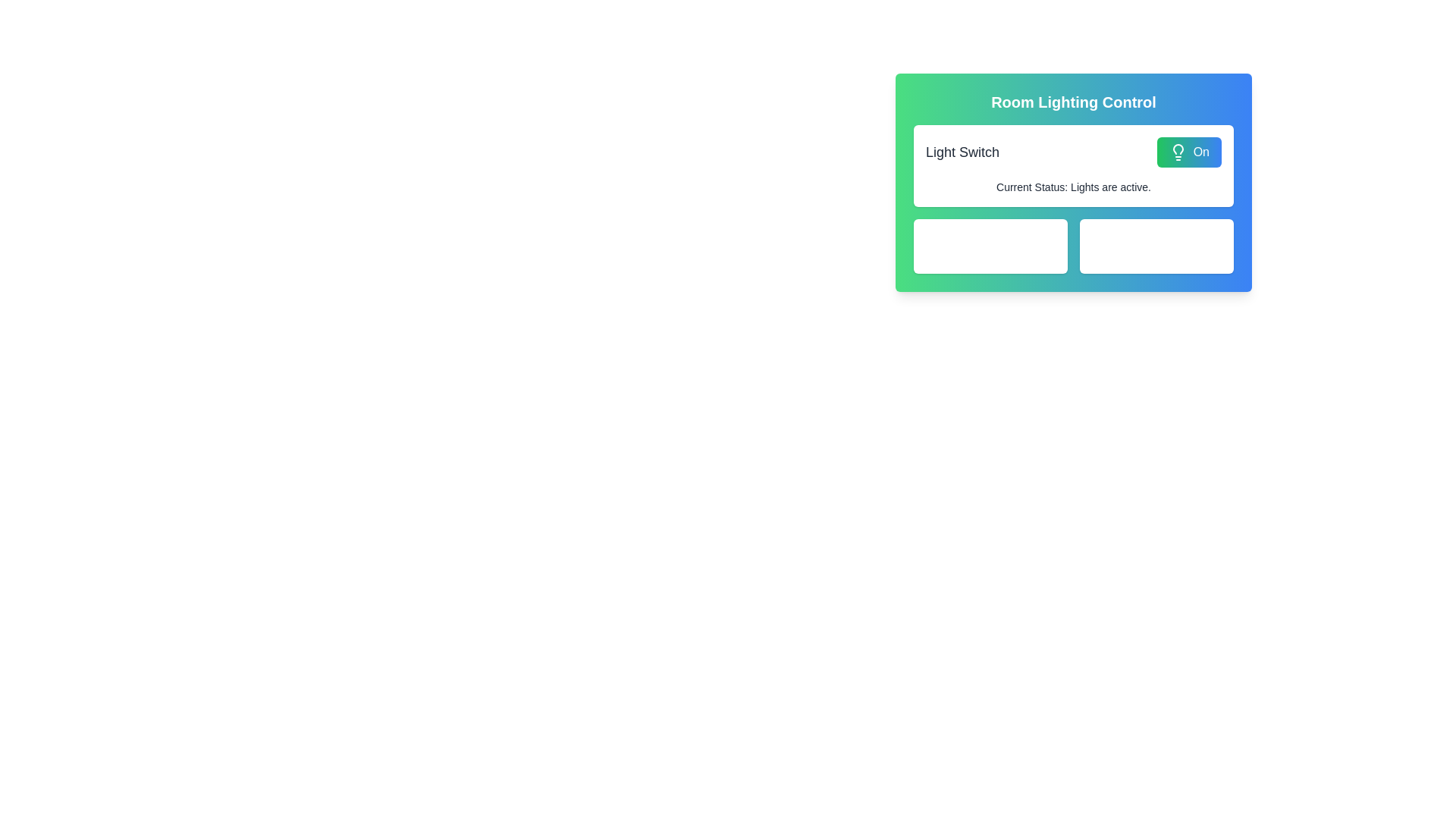 The image size is (1456, 819). Describe the element at coordinates (1188, 152) in the screenshot. I see `the toggle button in the upper-right corner of the 'Light Switch' section to engage hover effects` at that location.